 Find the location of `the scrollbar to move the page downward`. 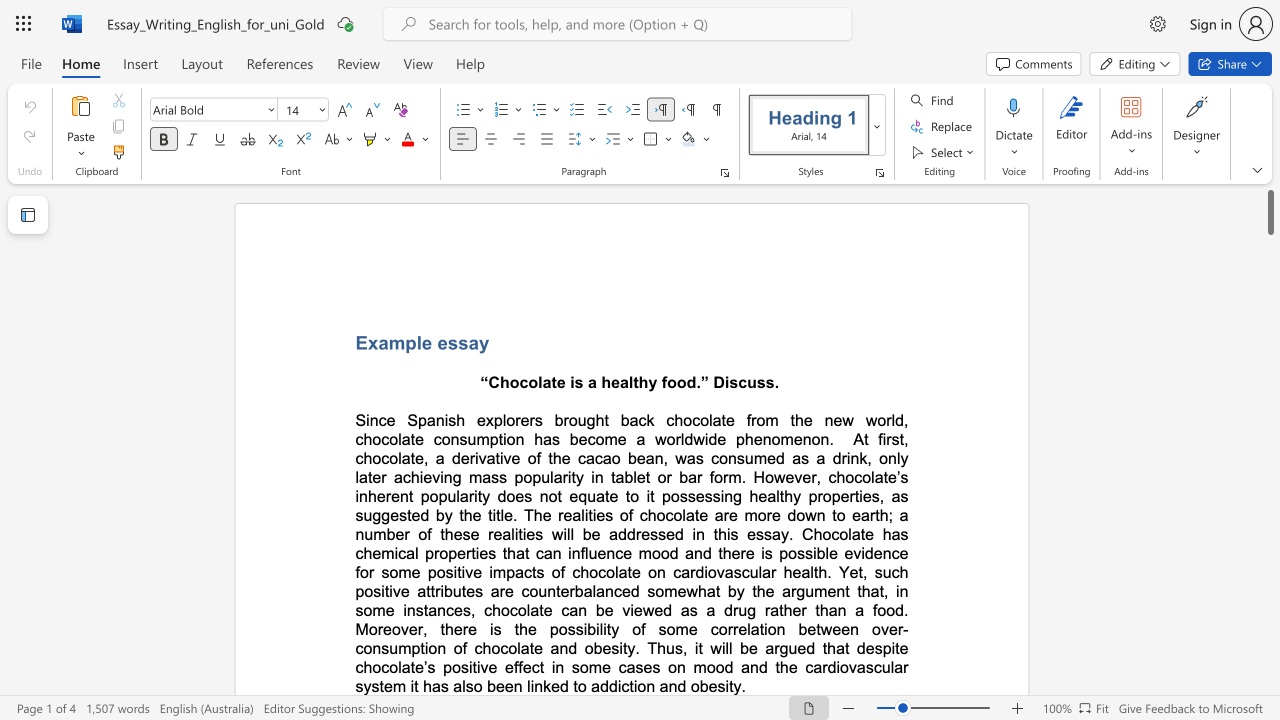

the scrollbar to move the page downward is located at coordinates (1269, 470).